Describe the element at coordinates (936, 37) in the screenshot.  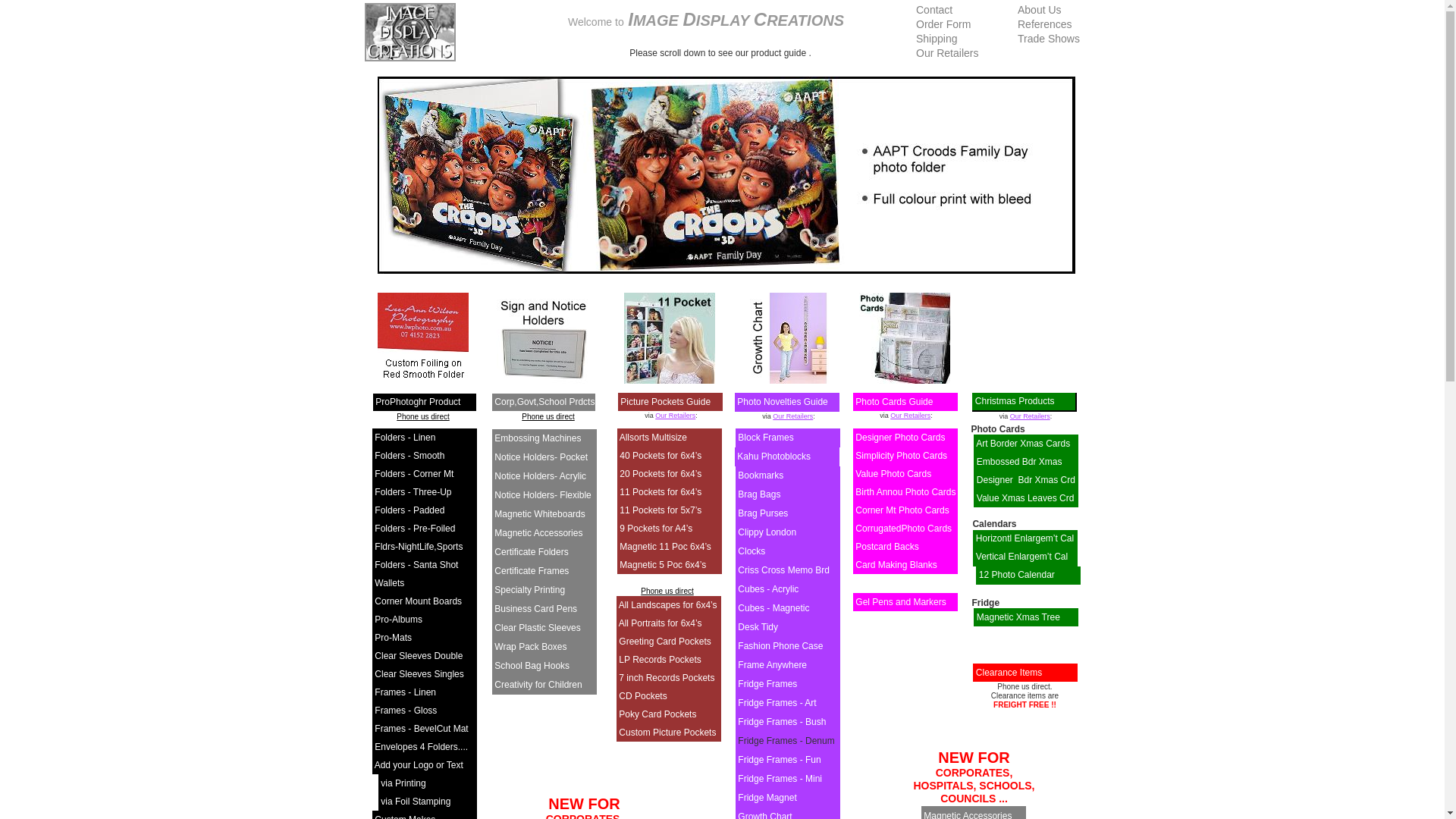
I see `'Shipping'` at that location.